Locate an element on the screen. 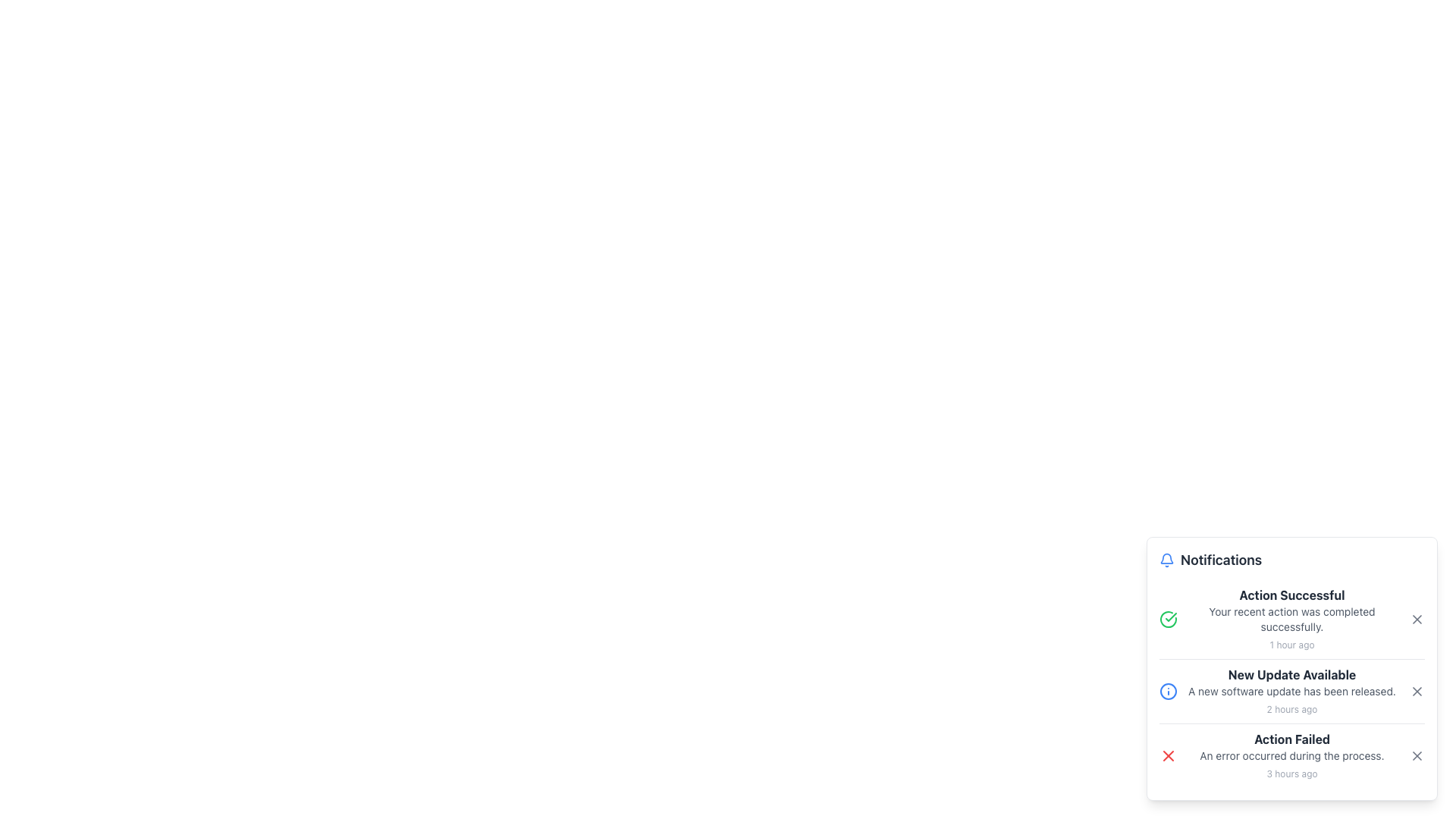 The width and height of the screenshot is (1456, 819). the text label displaying '3 hours ago', which is located in the notification entry for the 'Action Failed' message is located at coordinates (1291, 773).